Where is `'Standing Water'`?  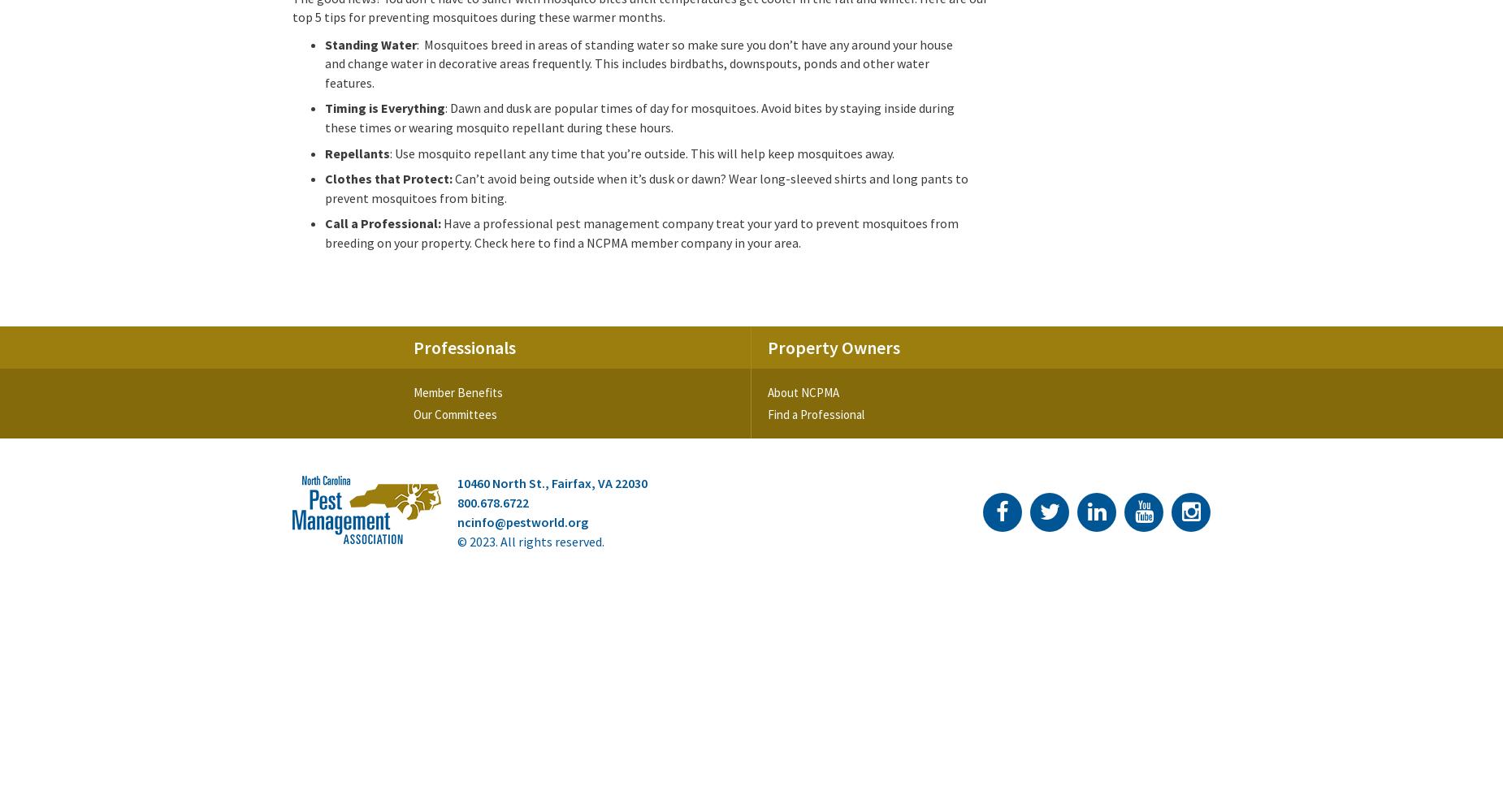 'Standing Water' is located at coordinates (370, 44).